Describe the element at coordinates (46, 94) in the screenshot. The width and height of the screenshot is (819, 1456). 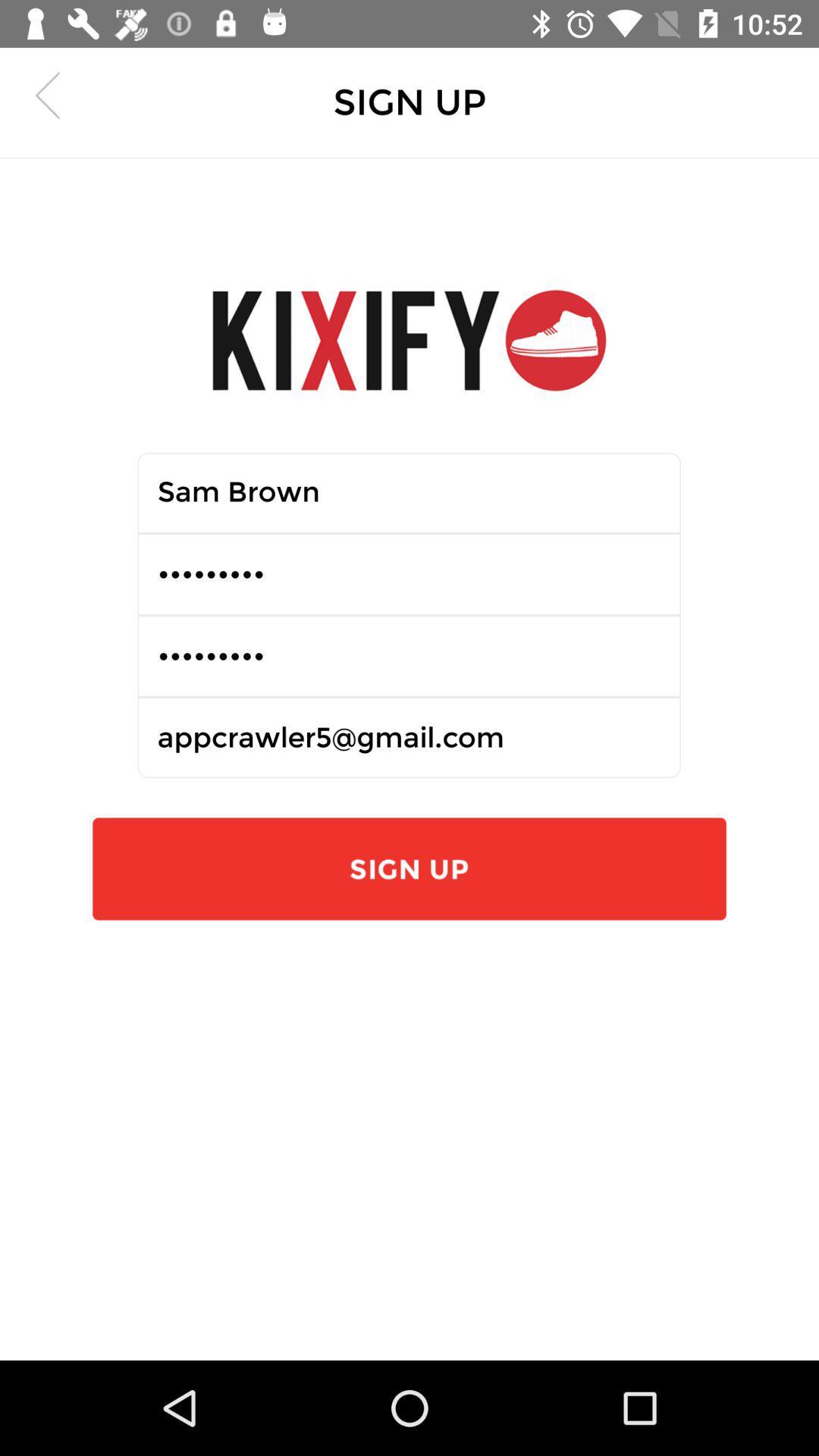
I see `the arrow_backward icon` at that location.